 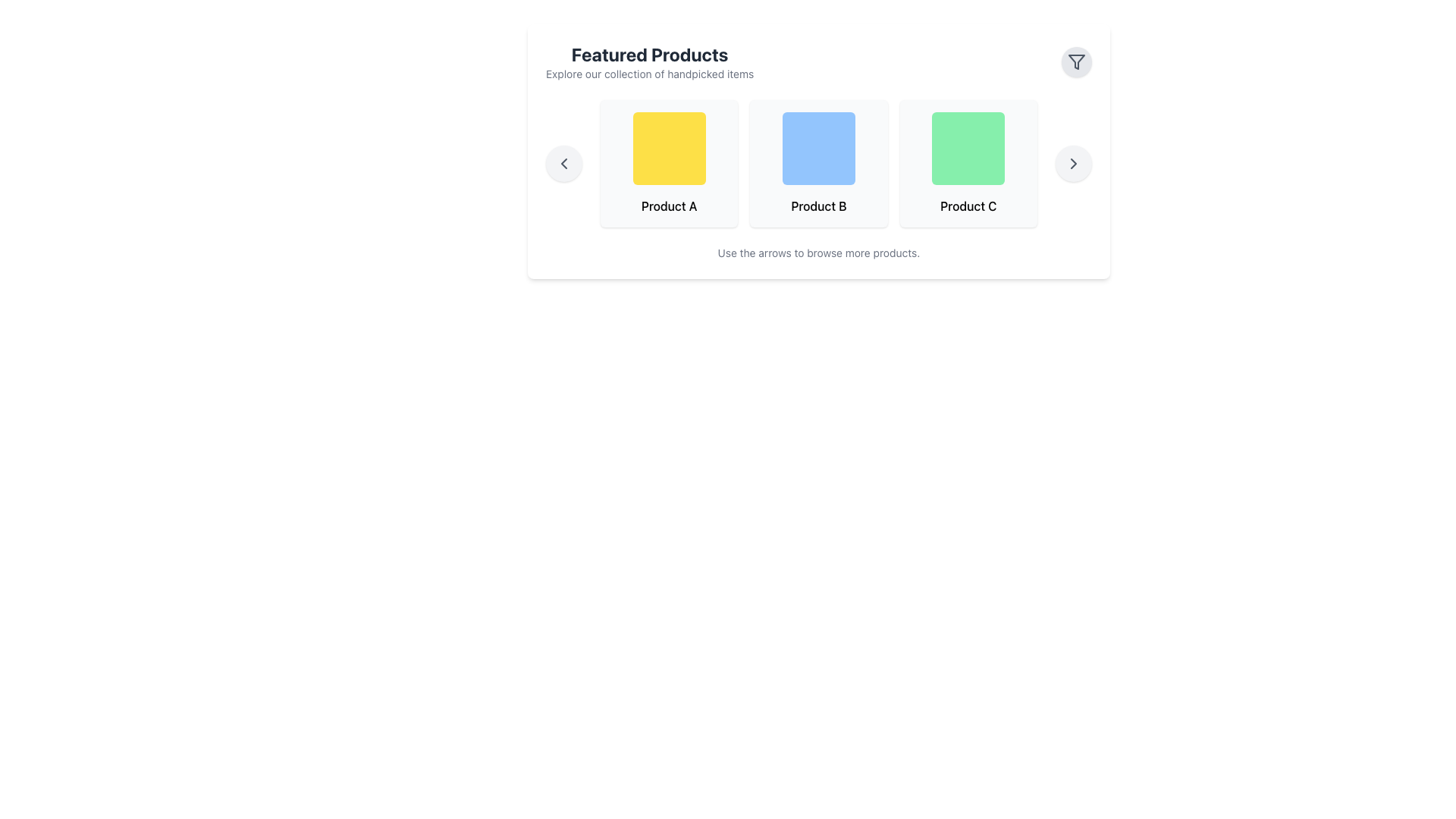 What do you see at coordinates (650, 61) in the screenshot?
I see `the TextBlock that displays the bold header 'Featured Products' and the subtext 'Explore our collection of handpicked items'` at bounding box center [650, 61].